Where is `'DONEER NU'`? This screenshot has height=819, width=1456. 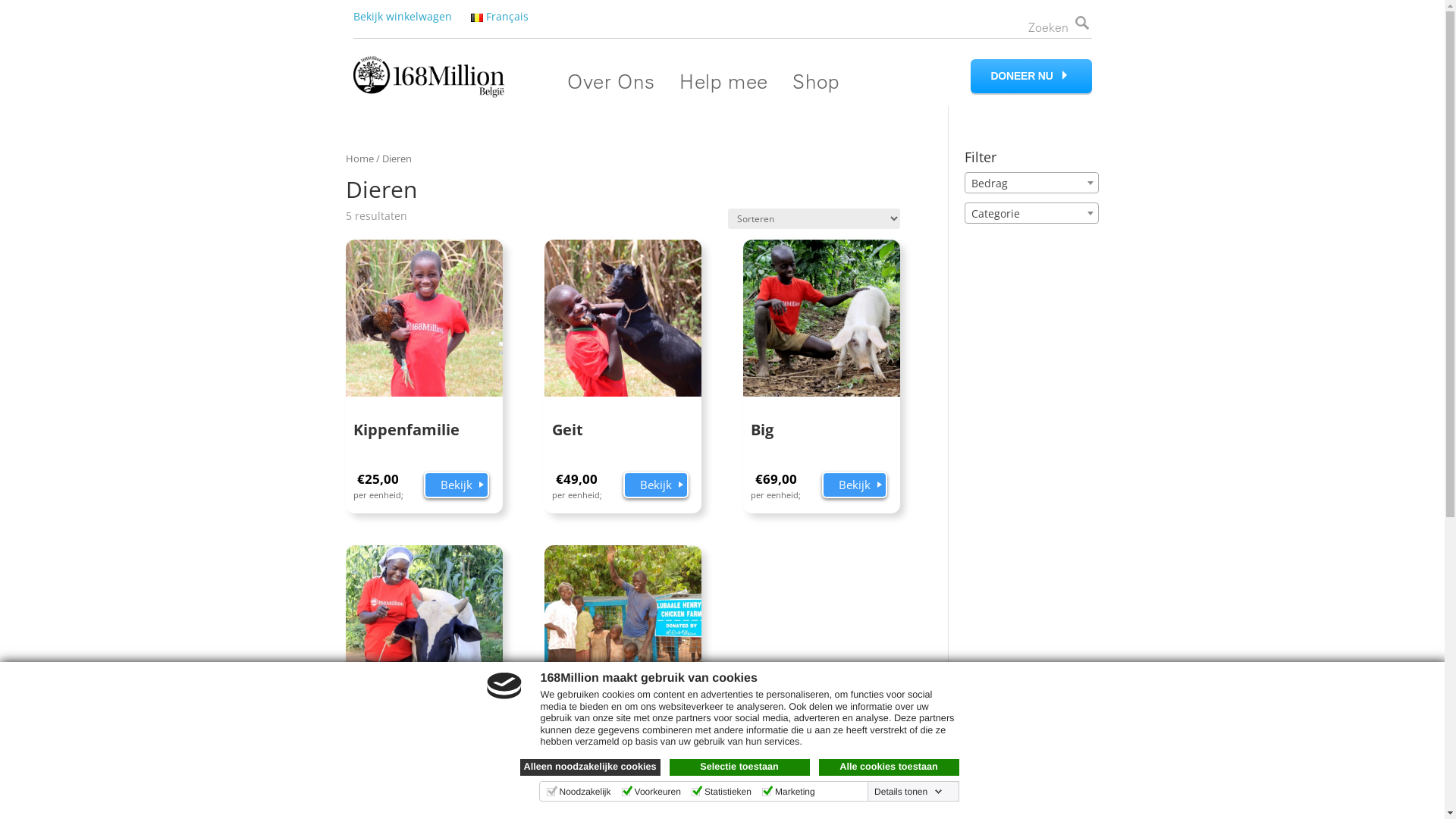 'DONEER NU' is located at coordinates (1031, 76).